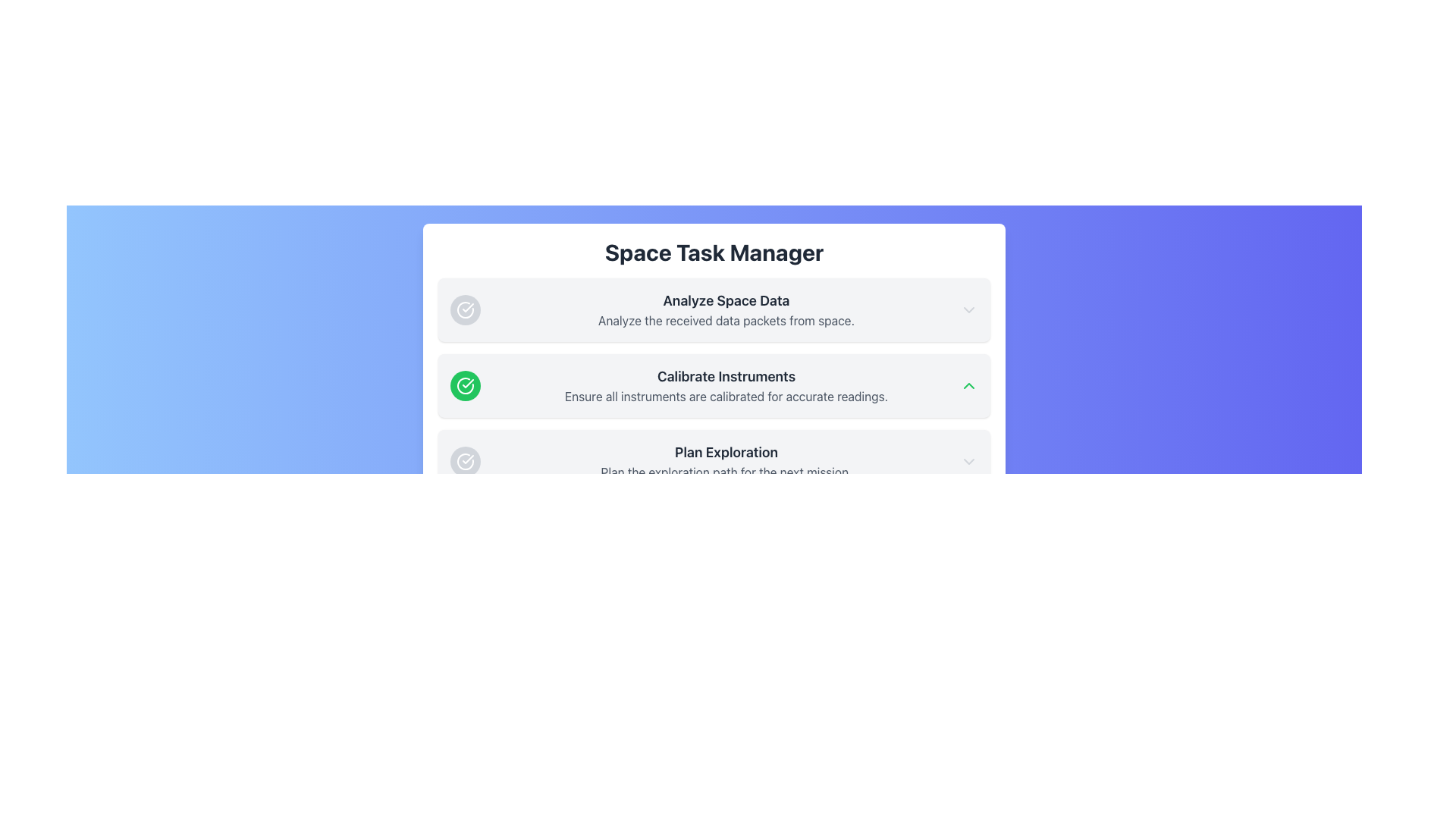  I want to click on circular graphical icon that is a segment of a circle, located to the left of the 'Calibrate Instruments' task item in the task management interface, so click(465, 385).